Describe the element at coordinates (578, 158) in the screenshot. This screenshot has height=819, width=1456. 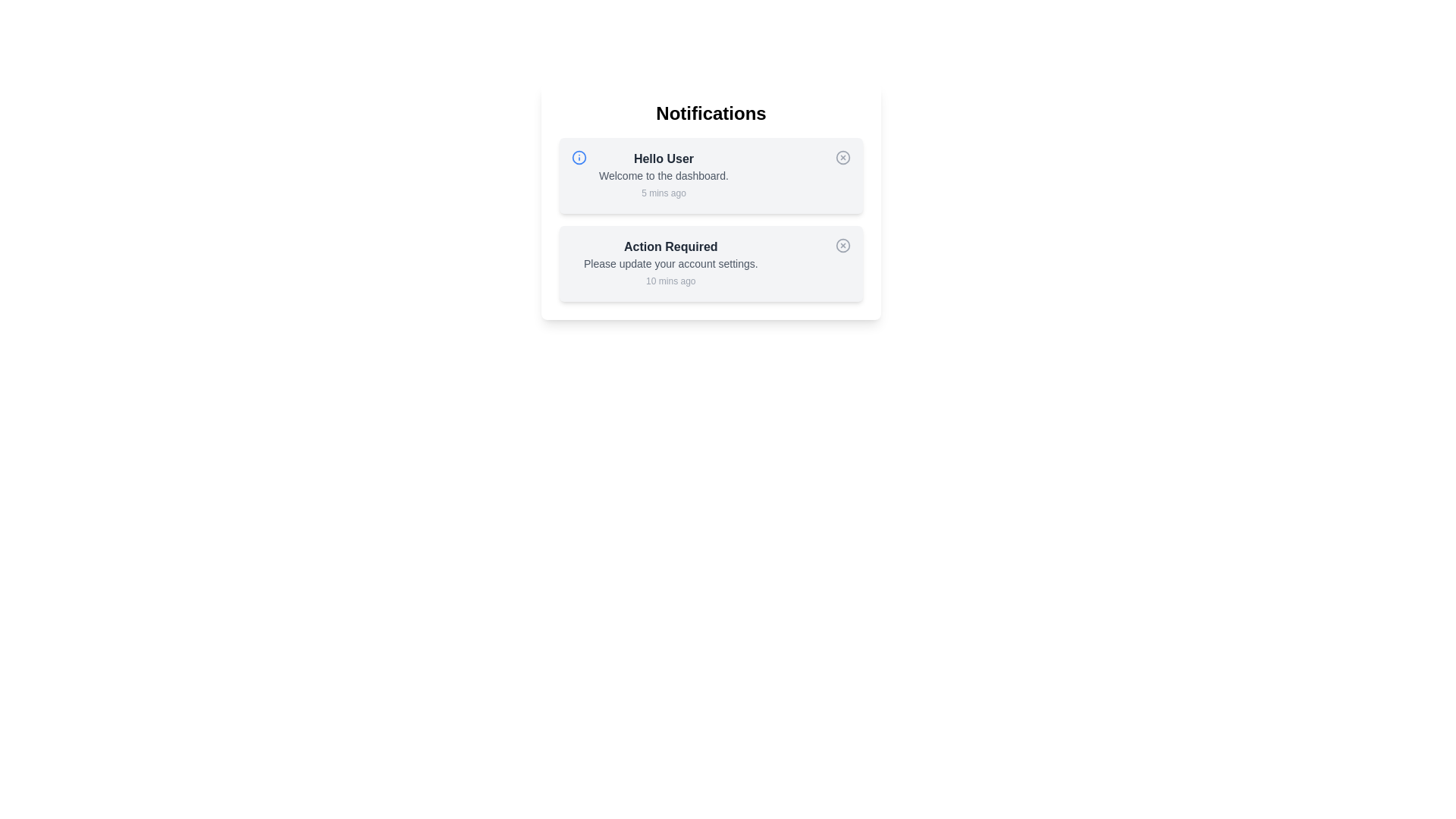
I see `the circular blue and red 'info' icon located to the left of the text 'Hello User' in the first notification card` at that location.